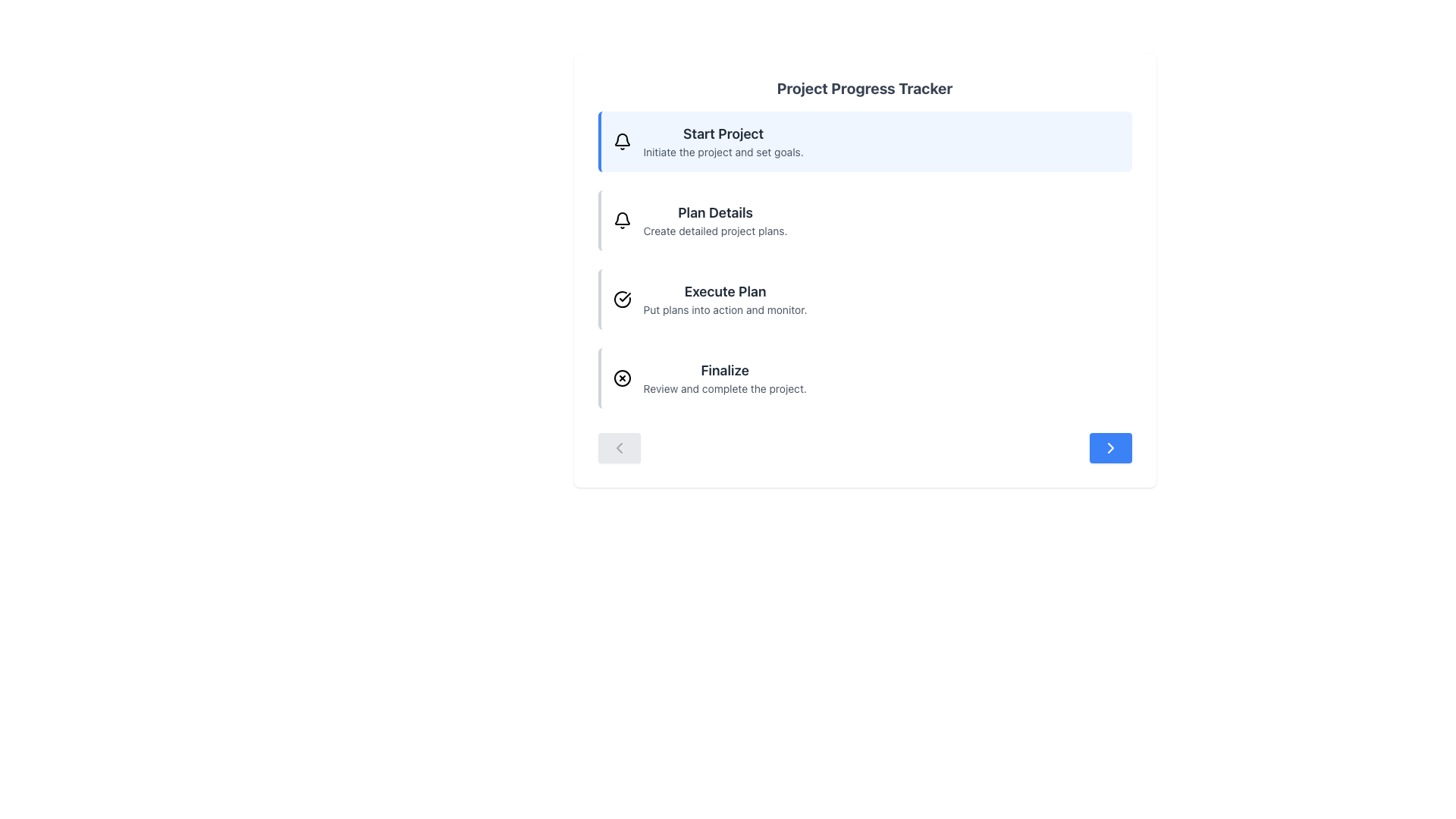 Image resolution: width=1456 pixels, height=819 pixels. I want to click on the circular icon with a checkmark inside it, located to the left of the 'Execute Plan' text in the third row of the task list, so click(622, 299).